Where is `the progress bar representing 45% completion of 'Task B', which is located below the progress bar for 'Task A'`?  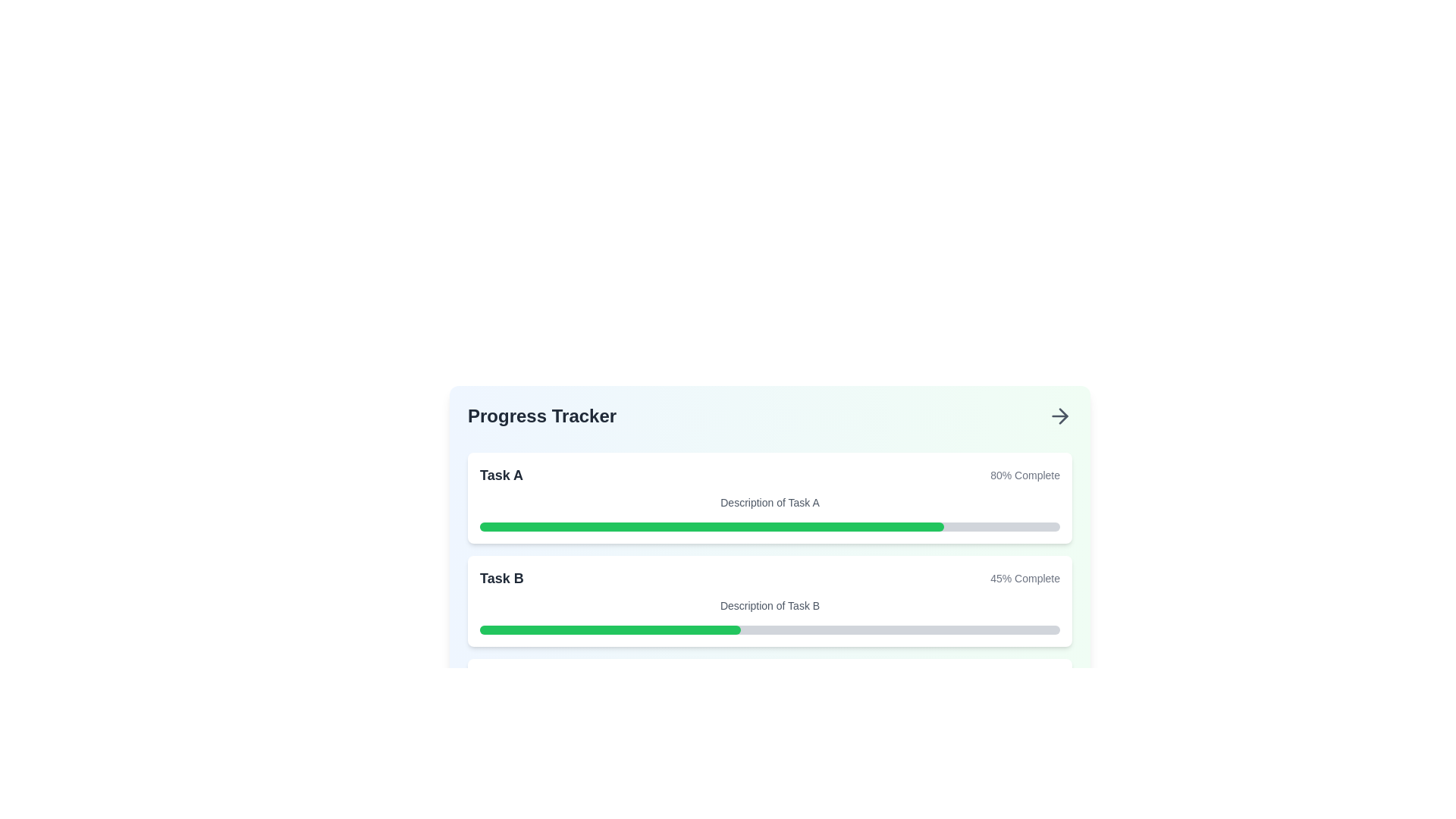
the progress bar representing 45% completion of 'Task B', which is located below the progress bar for 'Task A' is located at coordinates (610, 629).